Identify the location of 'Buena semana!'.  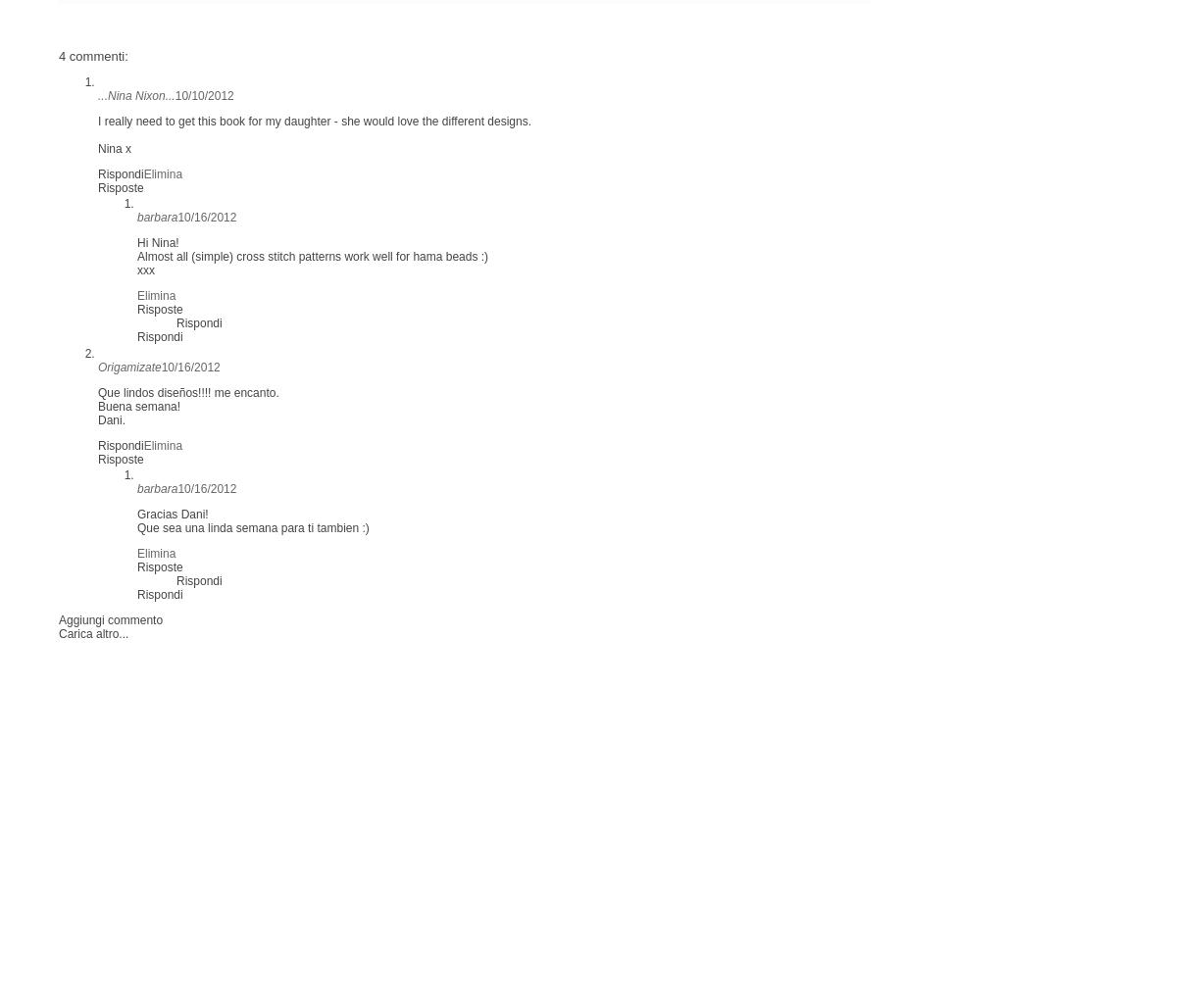
(138, 406).